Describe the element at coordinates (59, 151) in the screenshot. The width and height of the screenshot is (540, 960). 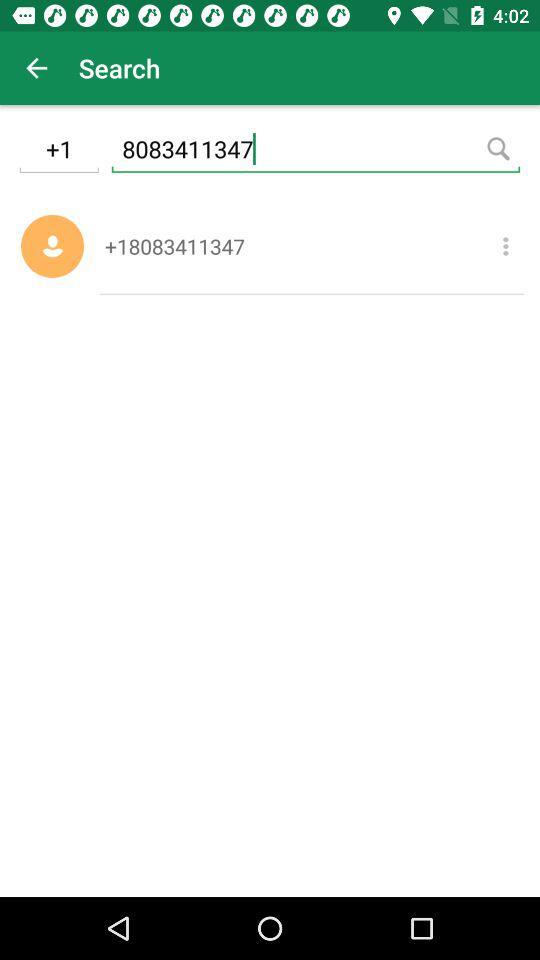
I see `the item to the left of 8083411347` at that location.